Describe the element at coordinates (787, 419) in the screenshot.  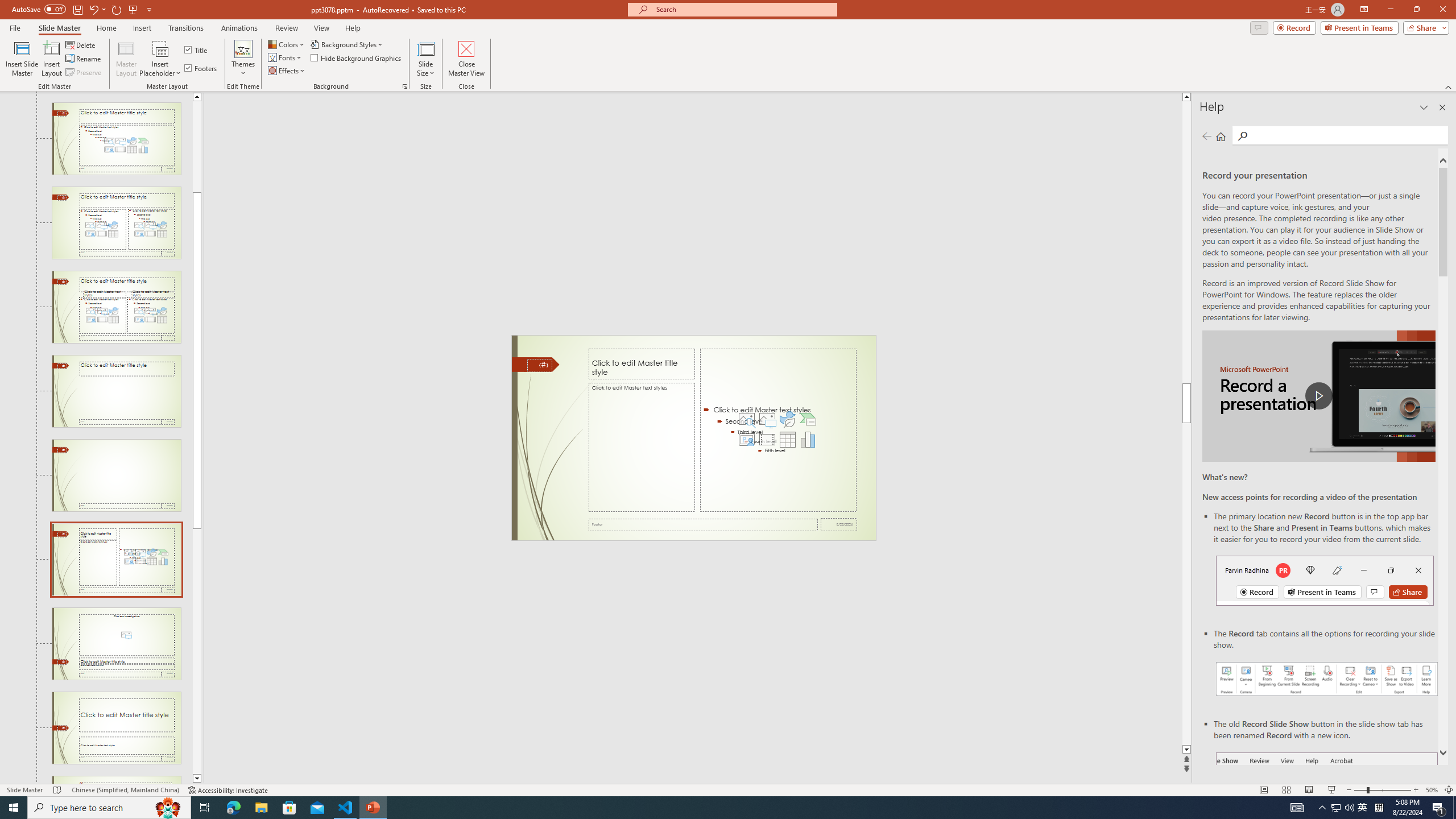
I see `'Insert an Icon'` at that location.